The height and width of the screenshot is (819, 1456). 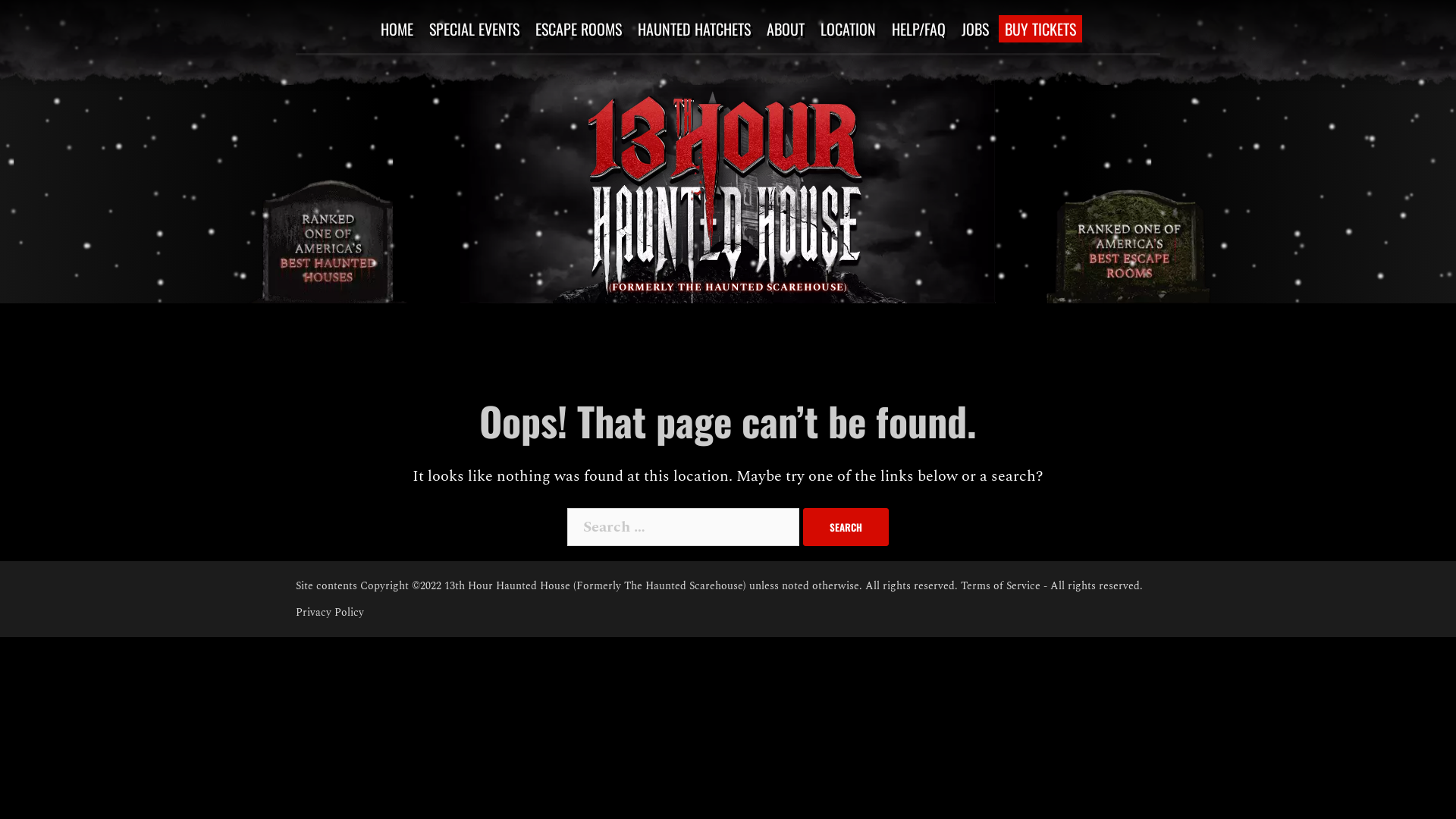 I want to click on 'LOCATION', so click(x=847, y=29).